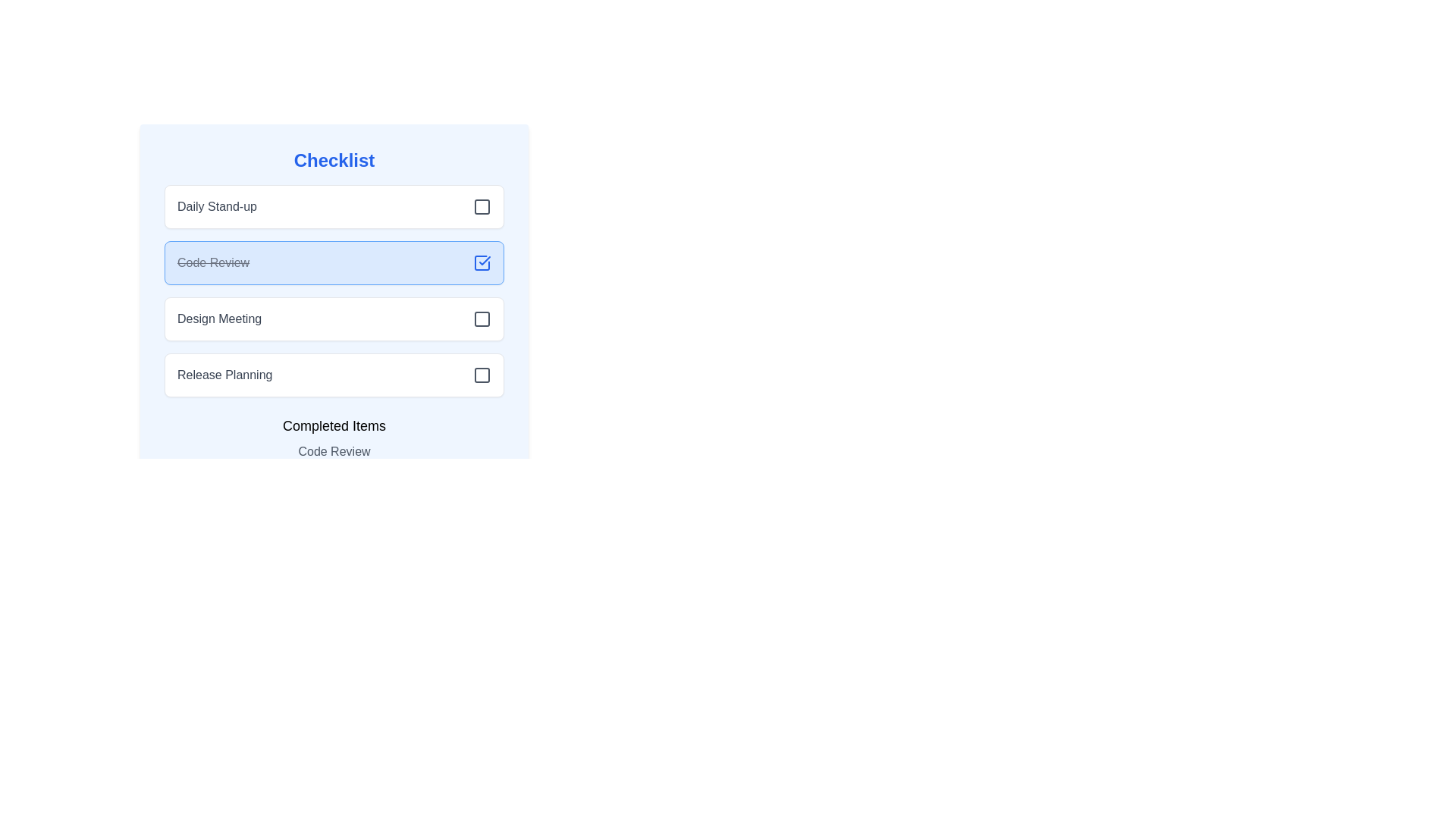 The height and width of the screenshot is (819, 1456). Describe the element at coordinates (481, 207) in the screenshot. I see `the empty checkbox at the end of the 'Daily Stand-up' task item` at that location.